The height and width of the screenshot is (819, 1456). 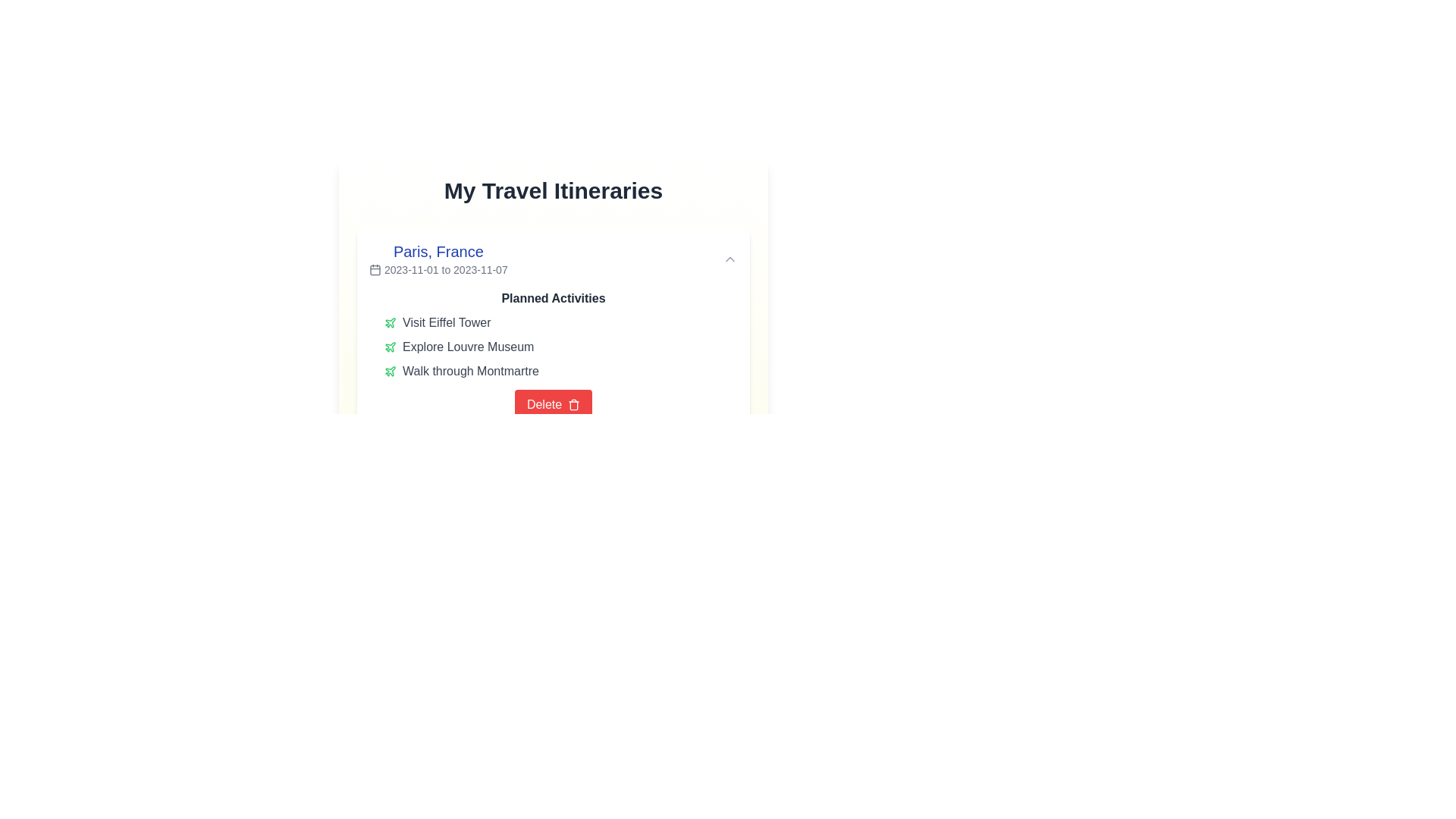 What do you see at coordinates (390, 347) in the screenshot?
I see `the small, green airplane icon that is positioned to the left of the 'Explore Louvre Museum' text block in the 'Planned Activities' group` at bounding box center [390, 347].